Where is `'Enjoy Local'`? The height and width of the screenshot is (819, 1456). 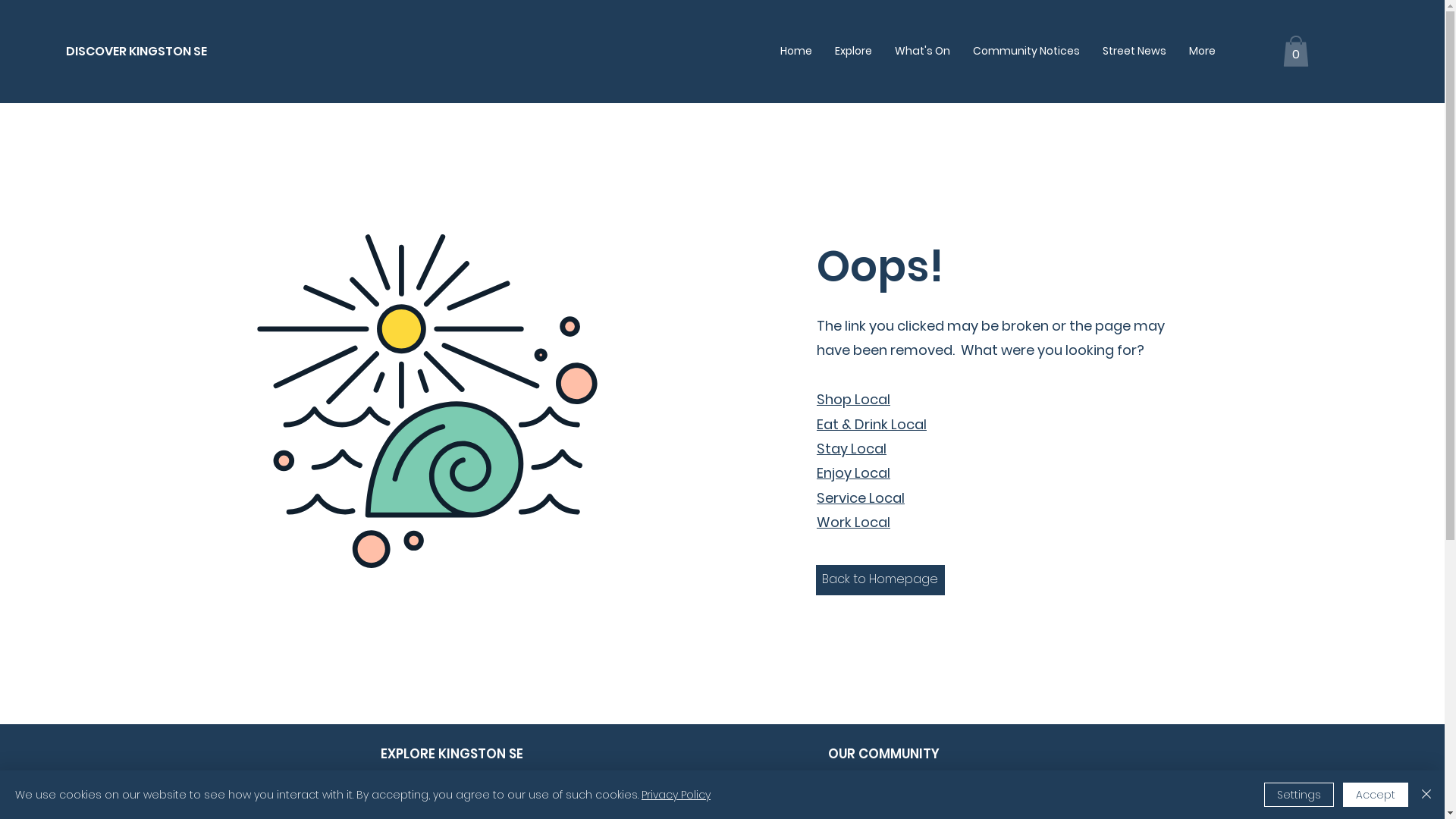 'Enjoy Local' is located at coordinates (853, 472).